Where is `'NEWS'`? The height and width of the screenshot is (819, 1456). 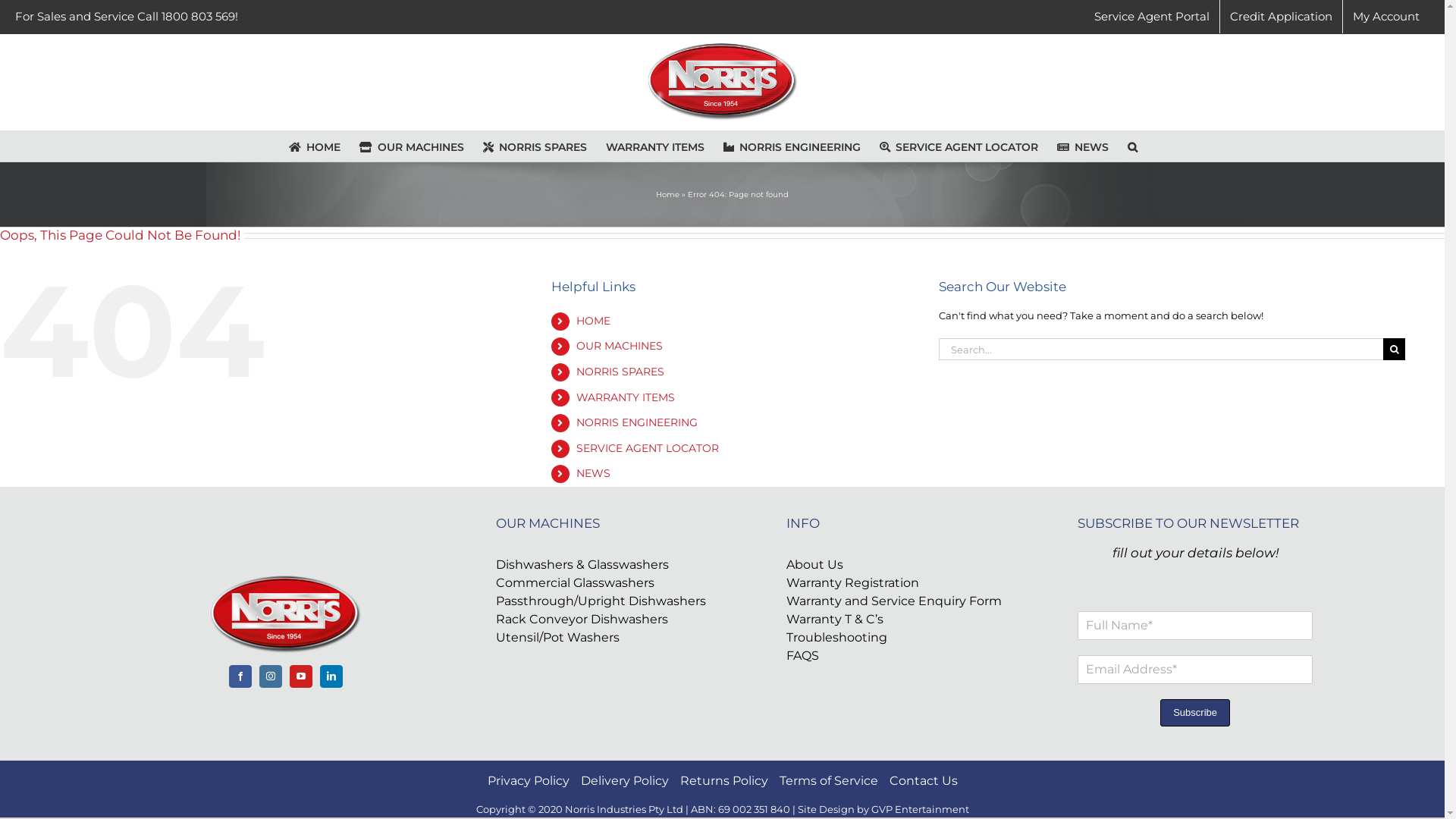 'NEWS' is located at coordinates (575, 472).